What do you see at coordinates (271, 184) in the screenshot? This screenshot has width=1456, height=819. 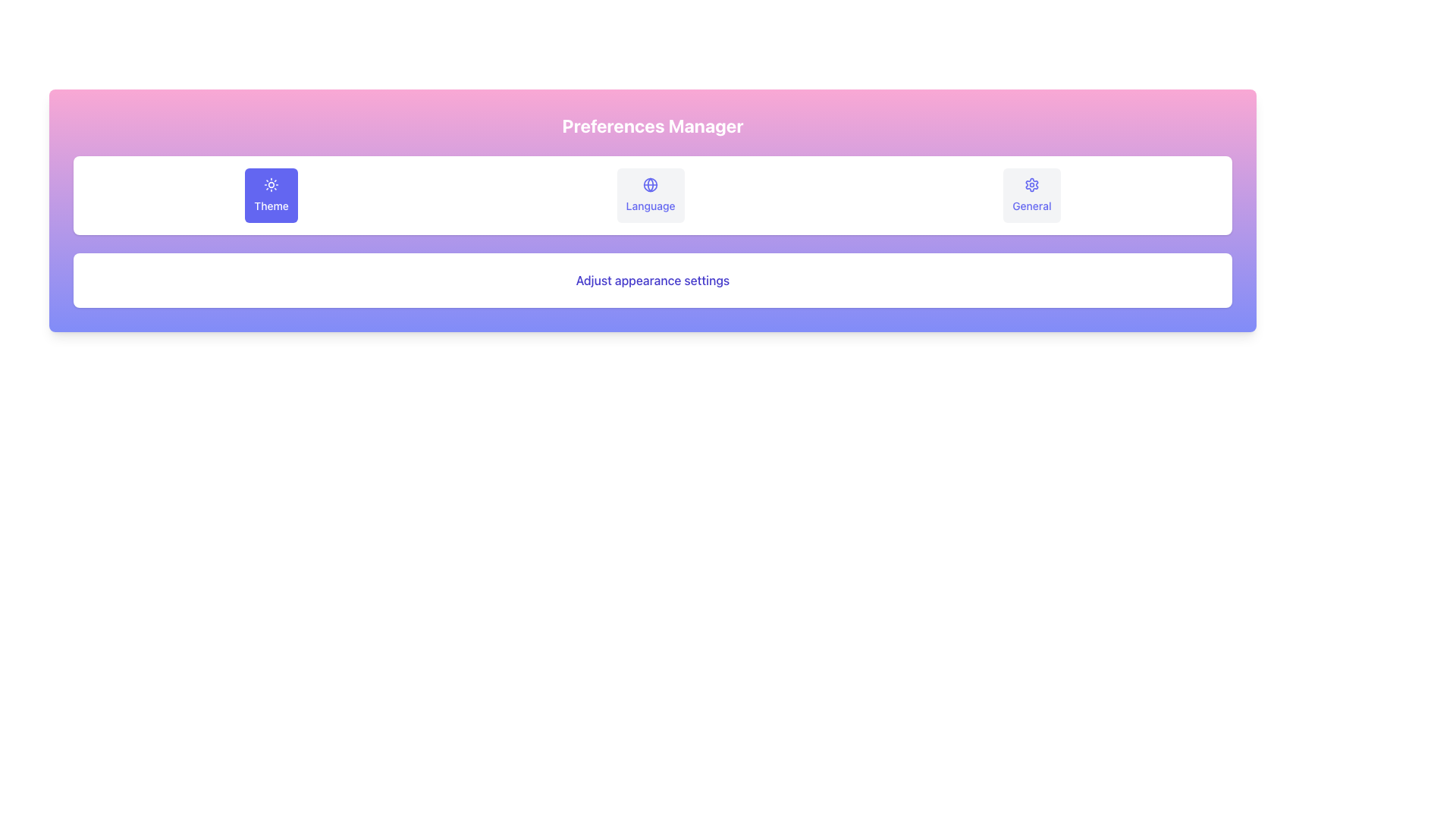 I see `the theme-related SVG Icon located inside the 'Theme' button, which is the leftmost button in a row of buttons at the top section of the interface` at bounding box center [271, 184].